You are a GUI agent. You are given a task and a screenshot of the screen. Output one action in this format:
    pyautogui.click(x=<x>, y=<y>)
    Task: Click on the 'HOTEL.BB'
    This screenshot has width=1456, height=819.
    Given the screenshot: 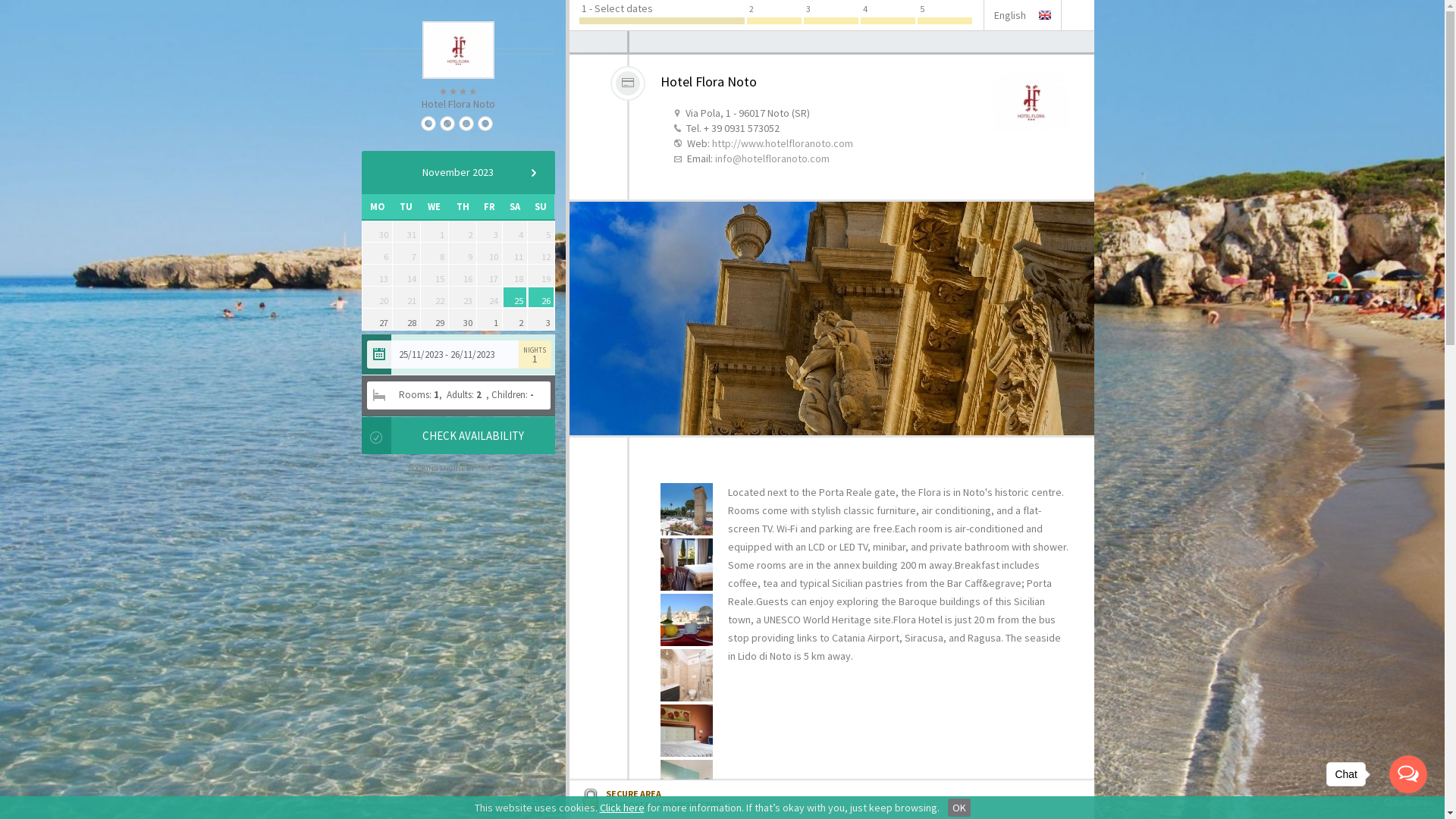 What is the action you would take?
    pyautogui.click(x=491, y=467)
    